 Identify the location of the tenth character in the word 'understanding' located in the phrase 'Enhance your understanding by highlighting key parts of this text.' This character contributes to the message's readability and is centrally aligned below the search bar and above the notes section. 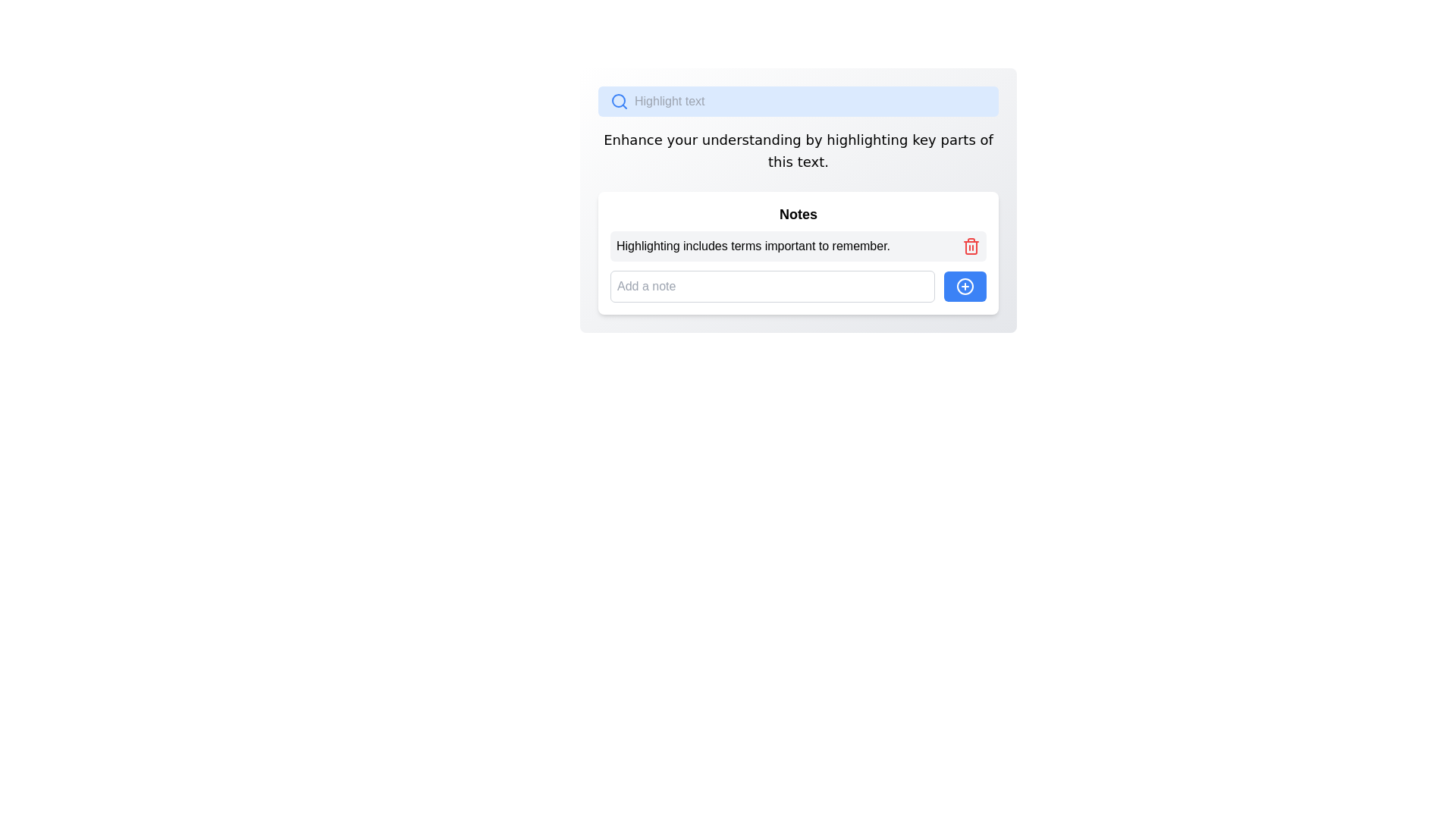
(782, 140).